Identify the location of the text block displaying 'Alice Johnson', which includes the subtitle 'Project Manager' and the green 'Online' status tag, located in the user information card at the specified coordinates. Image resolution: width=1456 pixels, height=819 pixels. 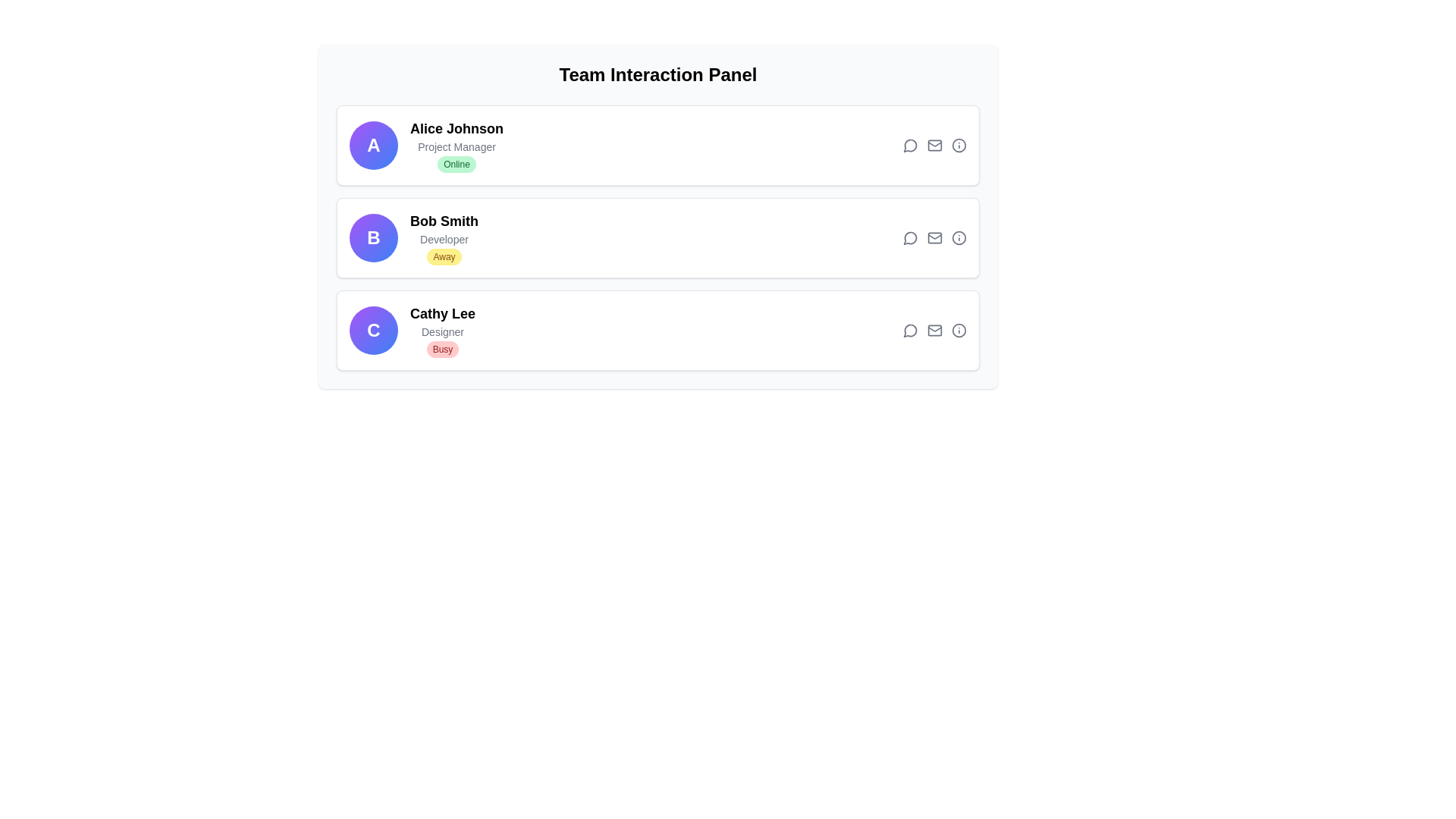
(456, 146).